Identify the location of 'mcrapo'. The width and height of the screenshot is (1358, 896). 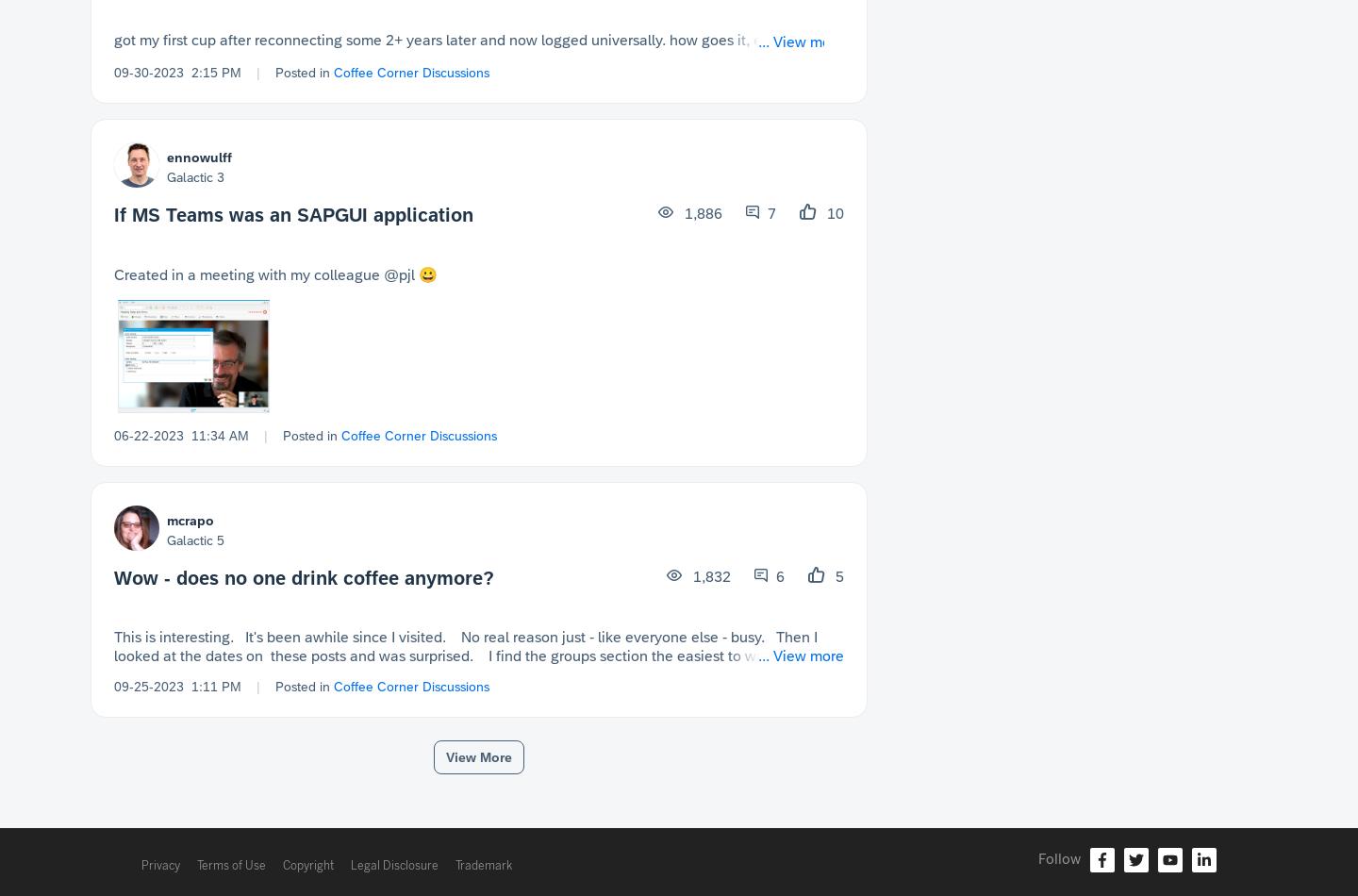
(190, 520).